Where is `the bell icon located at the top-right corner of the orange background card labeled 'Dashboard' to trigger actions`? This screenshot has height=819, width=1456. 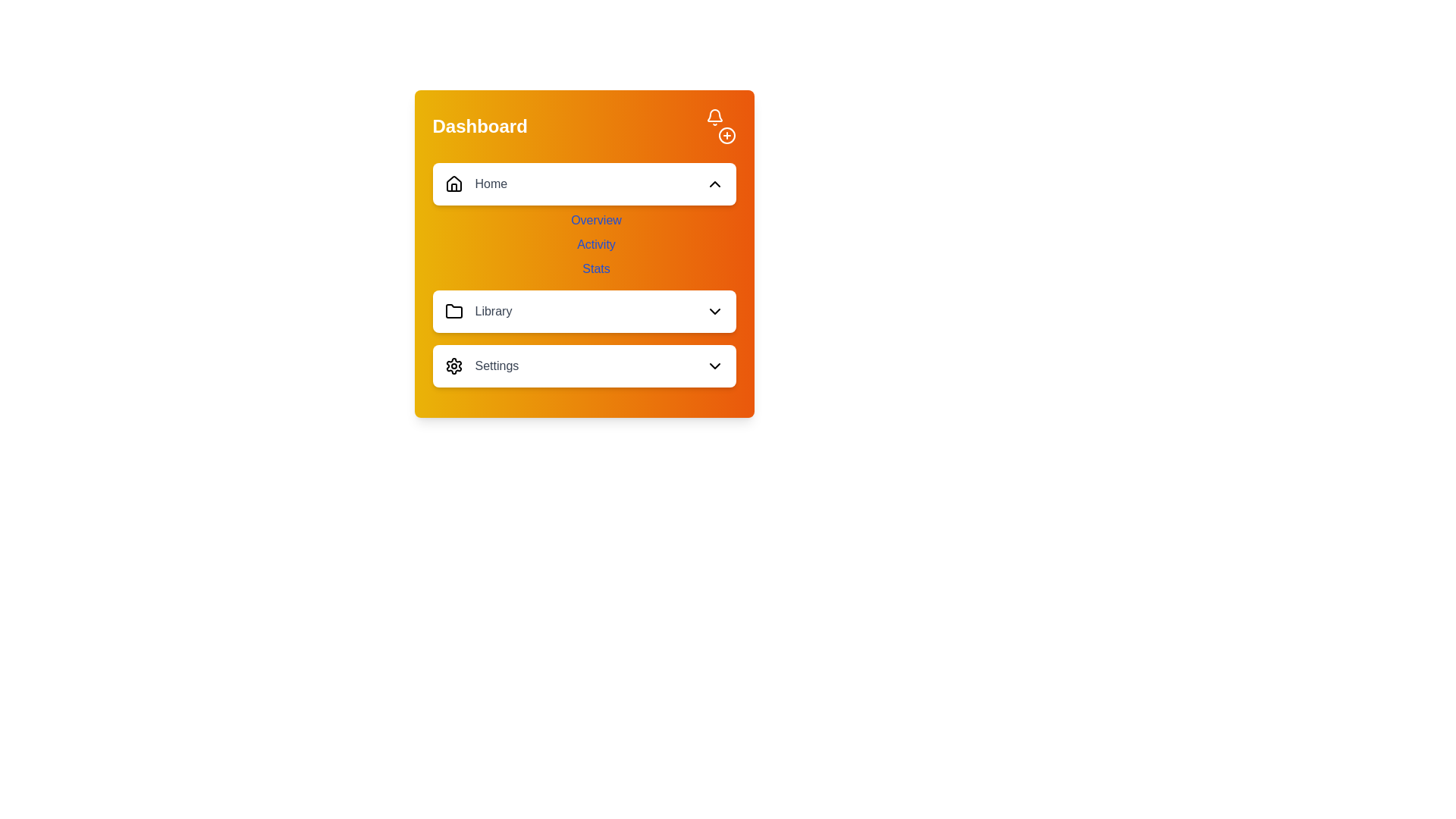
the bell icon located at the top-right corner of the orange background card labeled 'Dashboard' to trigger actions is located at coordinates (713, 114).